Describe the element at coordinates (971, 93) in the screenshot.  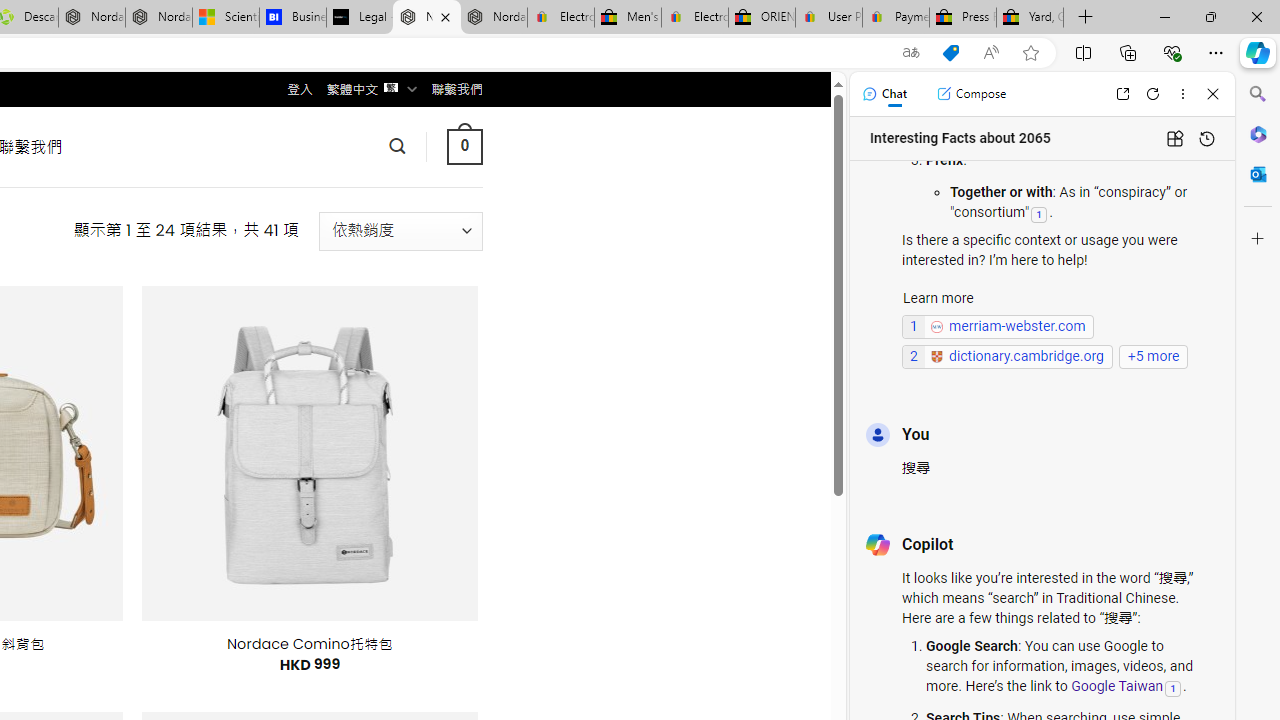
I see `'Compose'` at that location.